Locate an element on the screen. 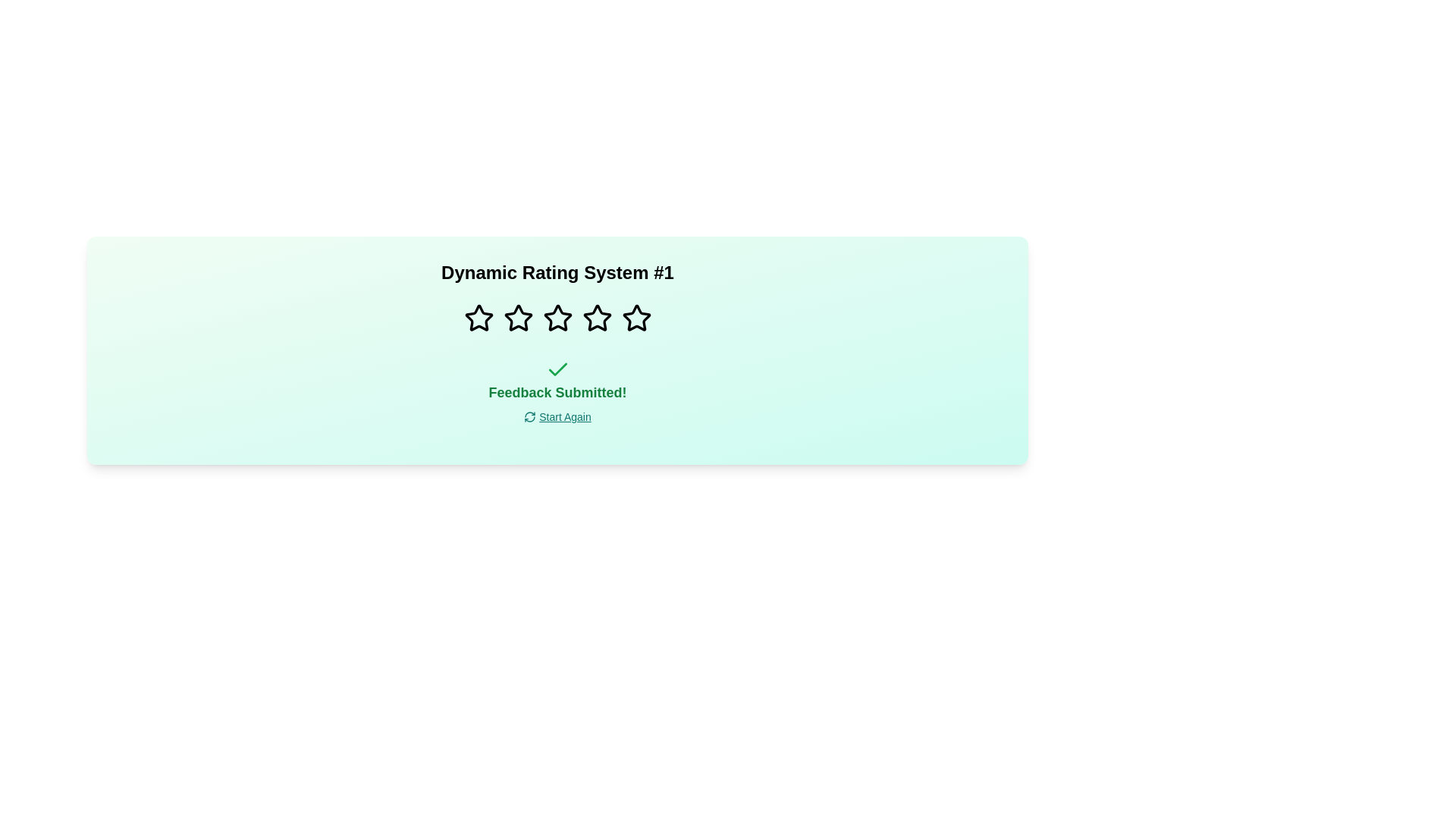 The image size is (1456, 819). the third interactive star icon in the rating system is located at coordinates (557, 318).